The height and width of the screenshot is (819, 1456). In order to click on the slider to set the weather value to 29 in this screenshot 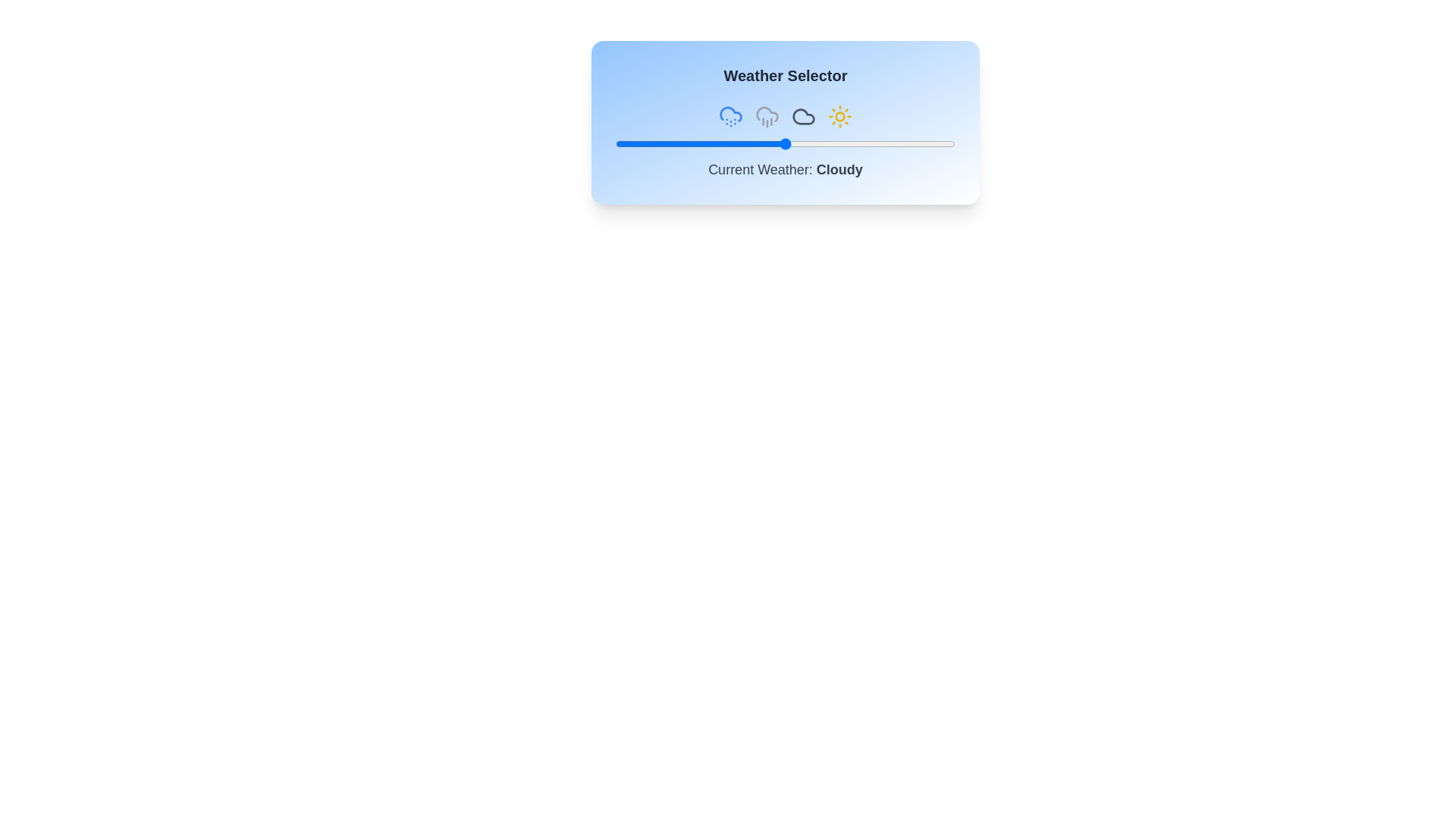, I will do `click(713, 143)`.